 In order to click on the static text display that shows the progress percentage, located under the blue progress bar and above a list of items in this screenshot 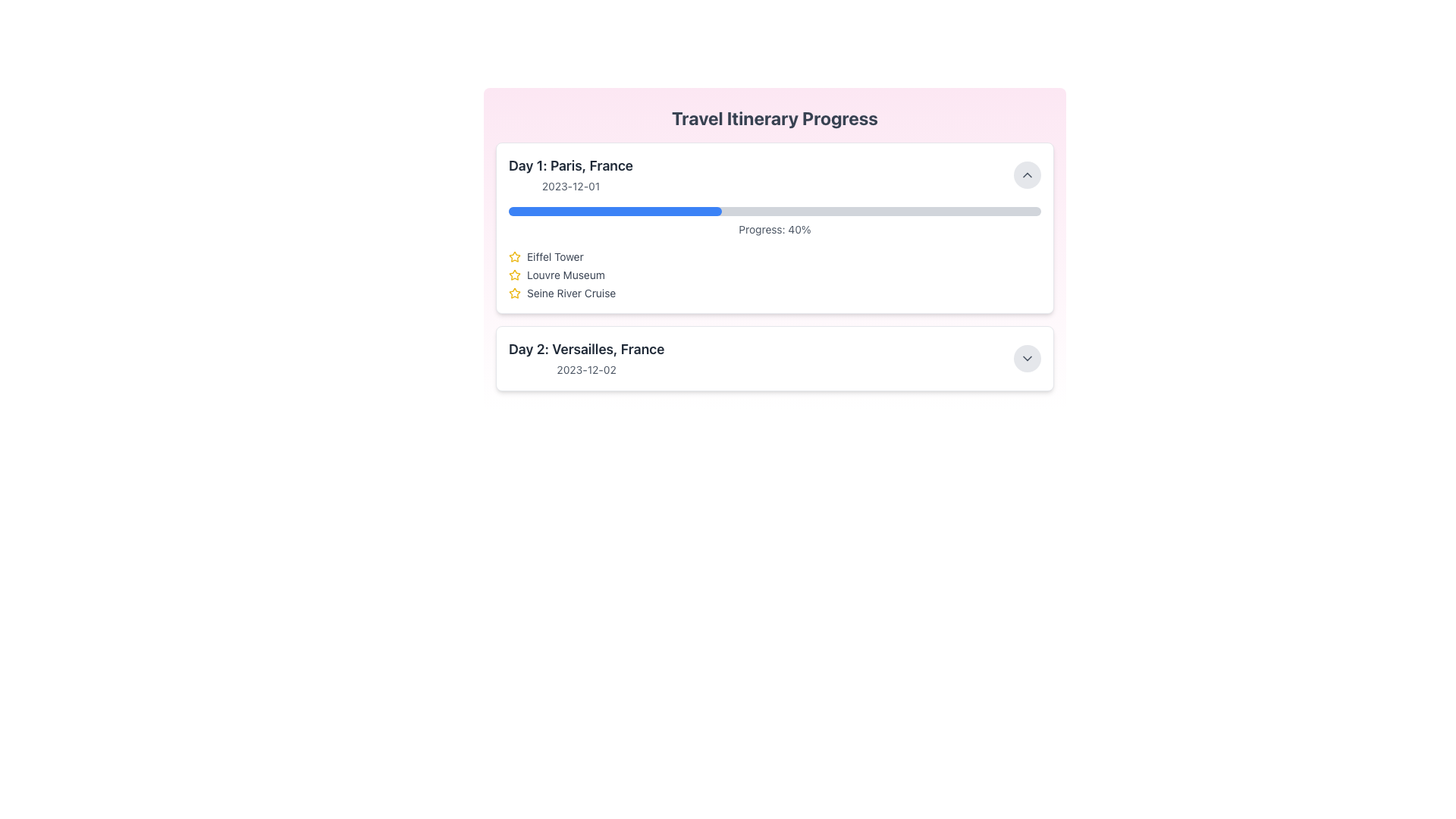, I will do `click(775, 230)`.